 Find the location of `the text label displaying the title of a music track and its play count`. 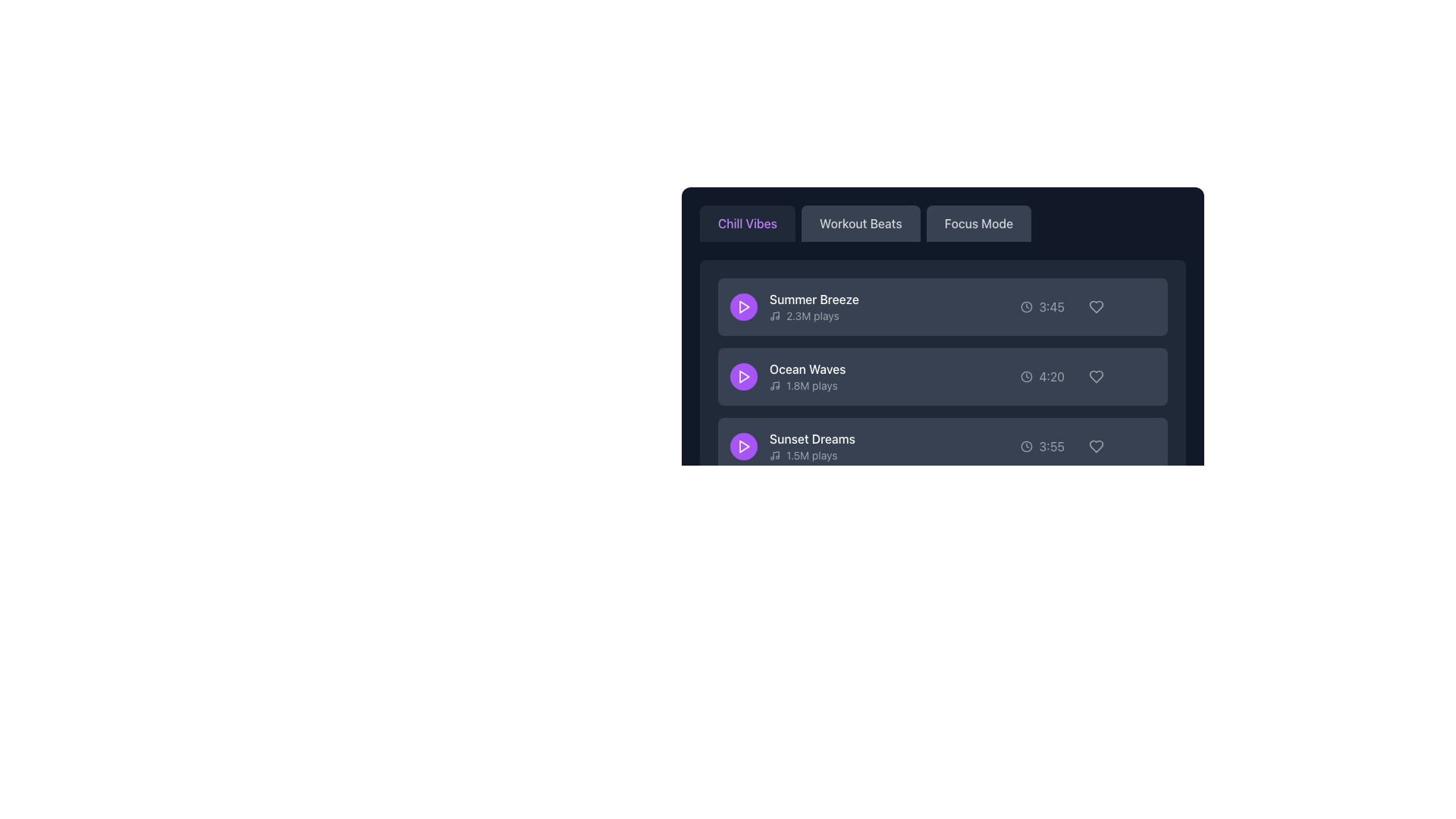

the text label displaying the title of a music track and its play count is located at coordinates (788, 376).